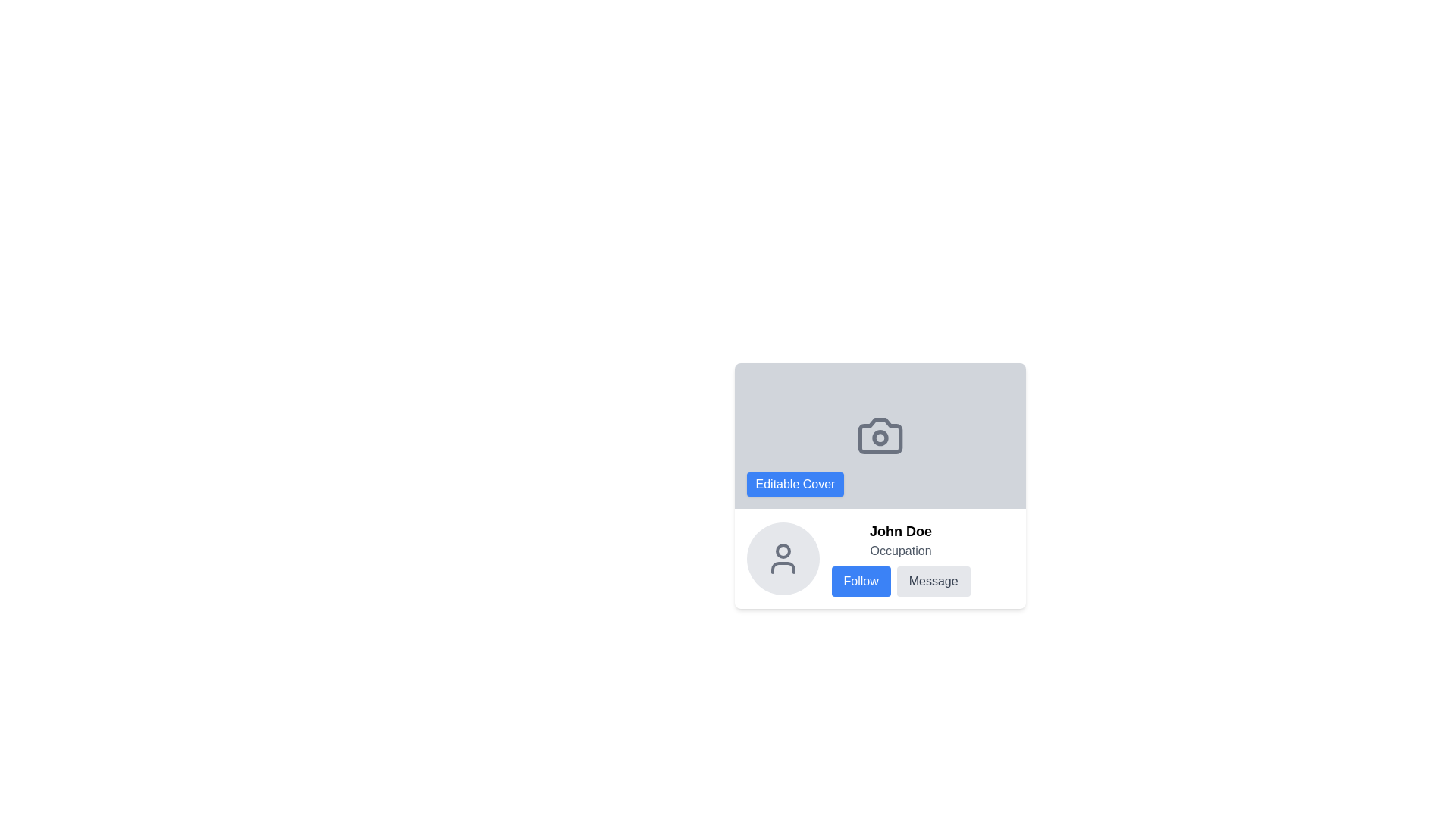  What do you see at coordinates (901, 531) in the screenshot?
I see `displayed name 'John Doe' from the bold, large text label located at the top of the profile card, above the 'Occupation' label and the 'Follow' and 'Message' buttons` at bounding box center [901, 531].